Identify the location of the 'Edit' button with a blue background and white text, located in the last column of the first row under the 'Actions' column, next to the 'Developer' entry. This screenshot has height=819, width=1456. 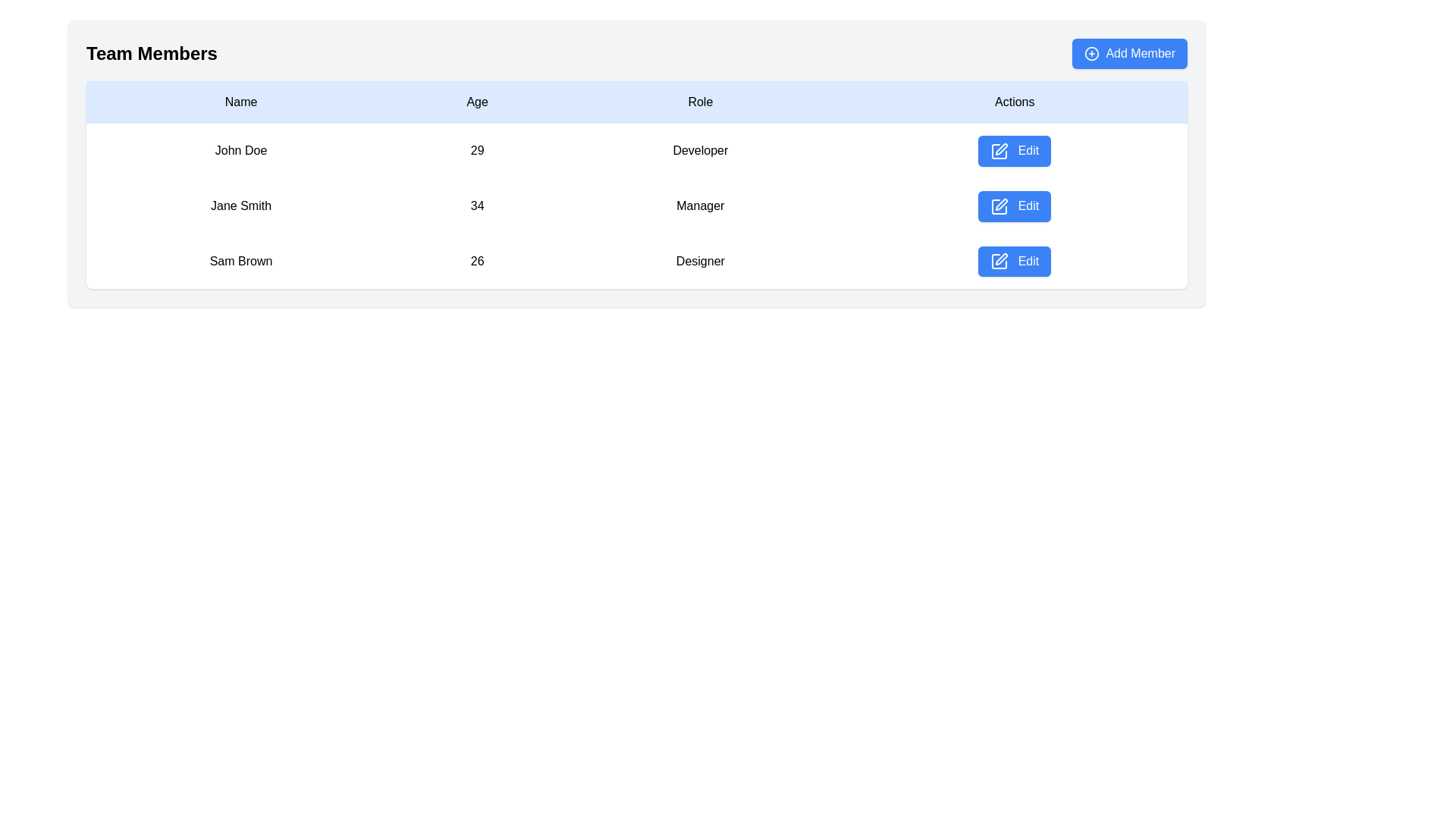
(1015, 151).